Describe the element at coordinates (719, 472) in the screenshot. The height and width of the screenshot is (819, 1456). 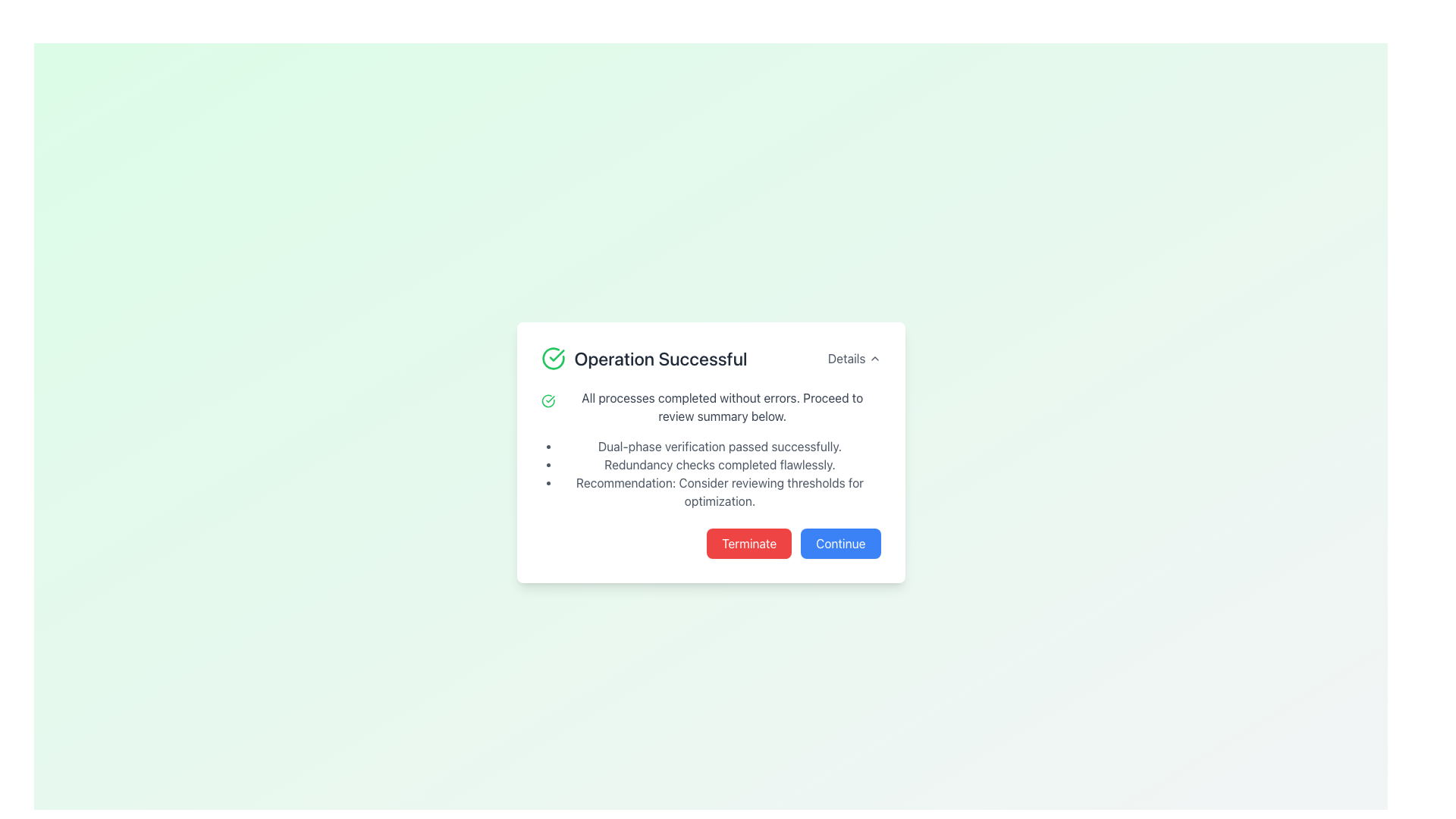
I see `text from the bullet-point list that displays the three completed status messages, located within the confirmation dialog box below the message 'All processes completed without errors.'` at that location.